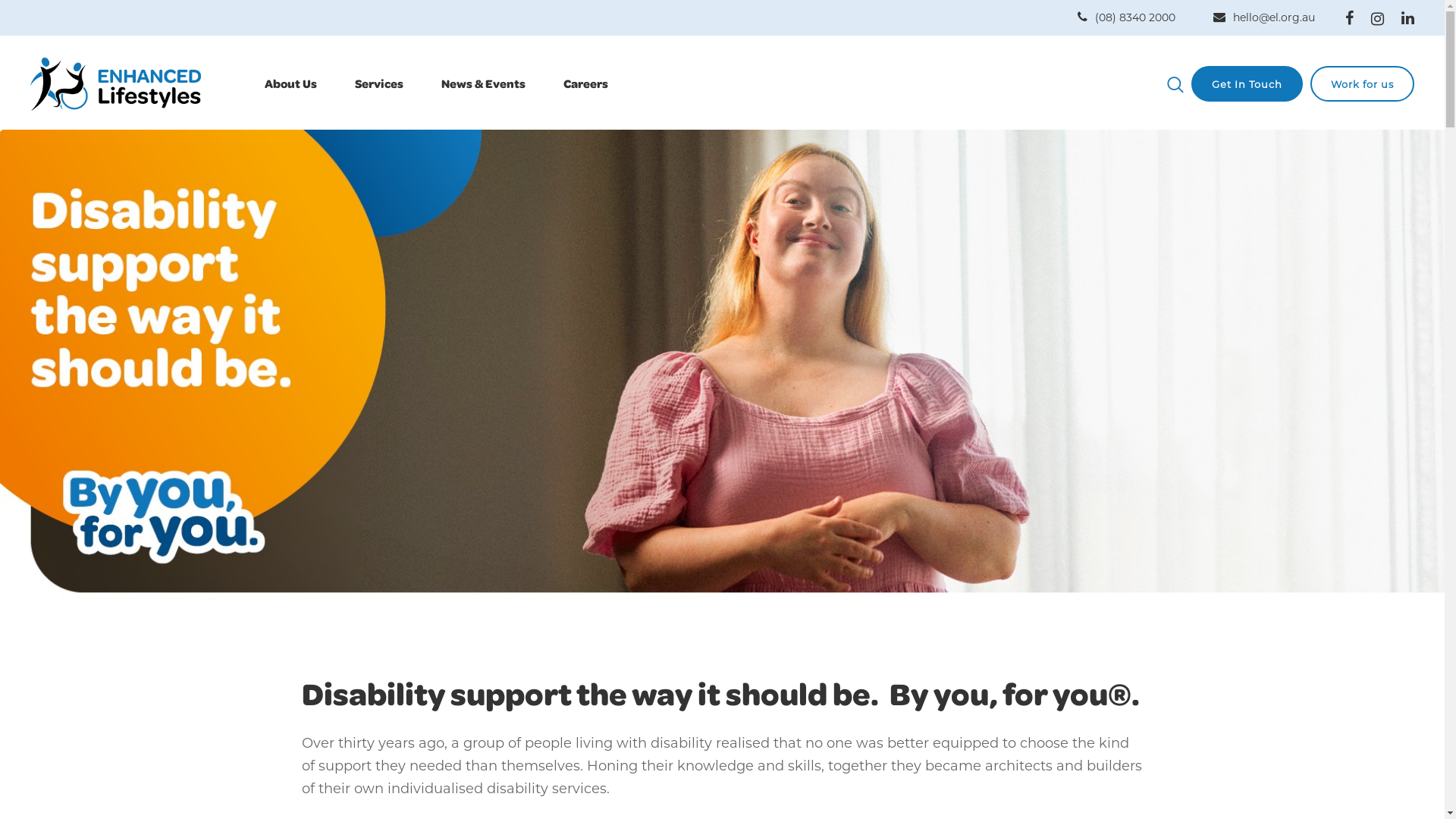  Describe the element at coordinates (1371, 18) in the screenshot. I see `'Instagram'` at that location.